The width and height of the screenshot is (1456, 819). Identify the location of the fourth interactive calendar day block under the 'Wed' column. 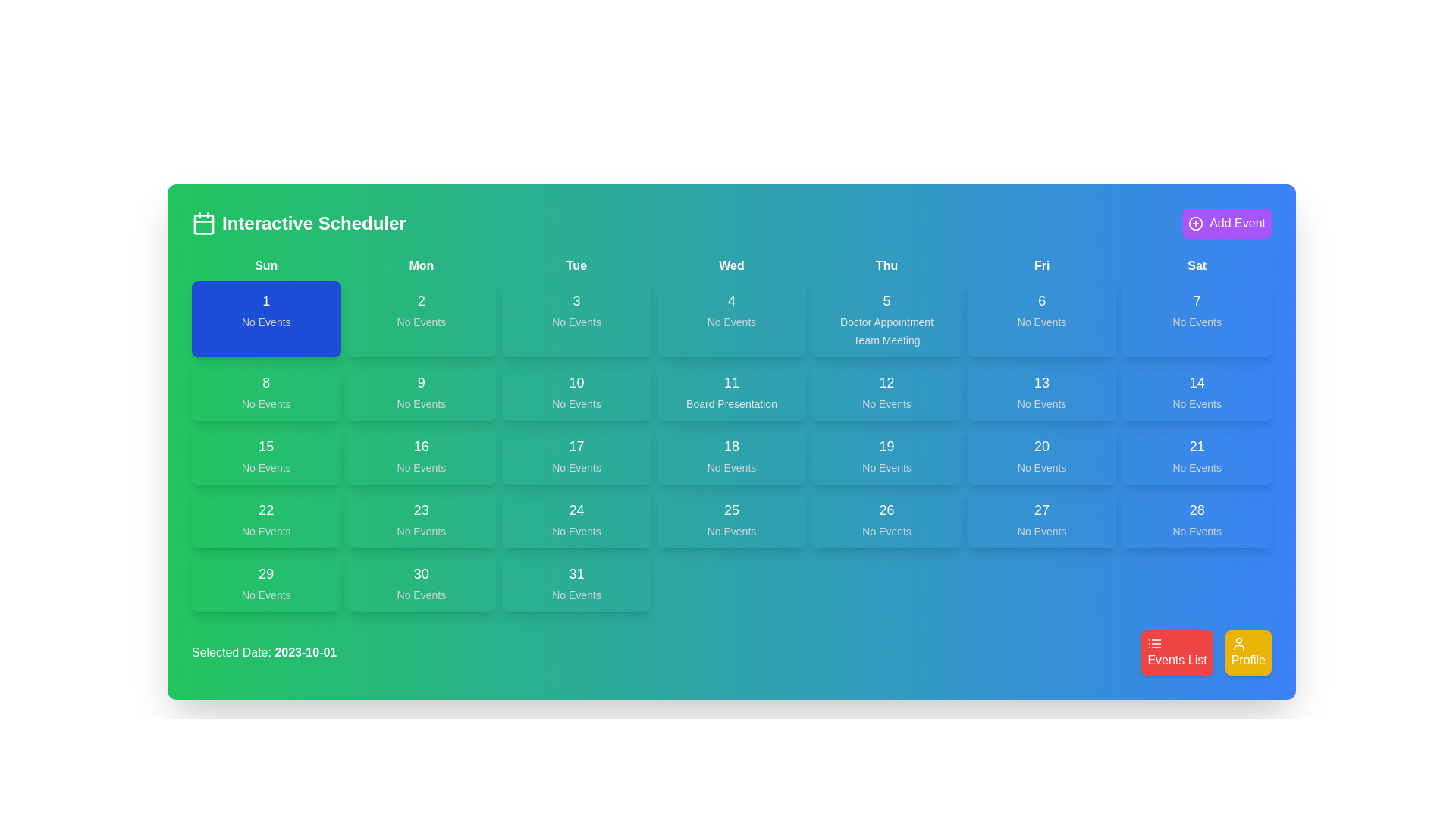
(731, 318).